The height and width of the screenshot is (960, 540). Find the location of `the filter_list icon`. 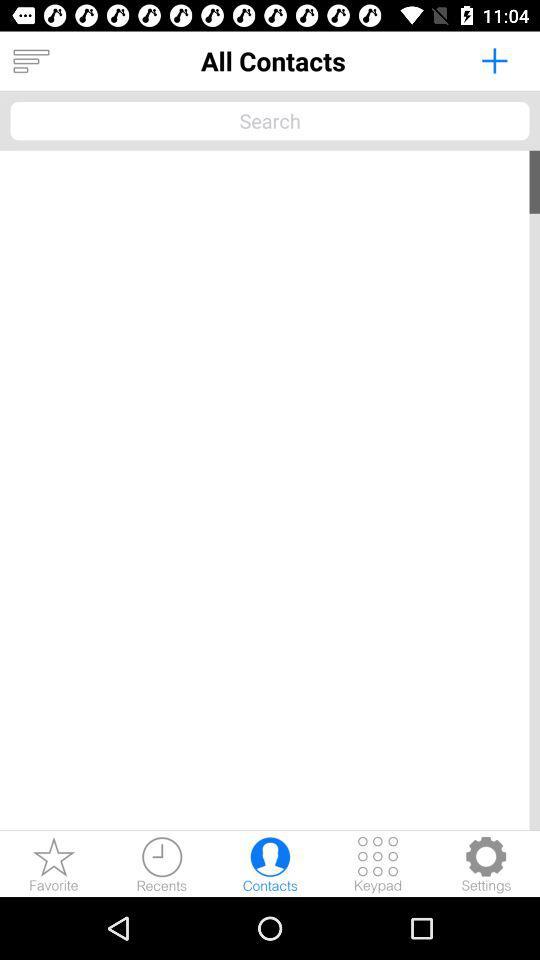

the filter_list icon is located at coordinates (30, 61).